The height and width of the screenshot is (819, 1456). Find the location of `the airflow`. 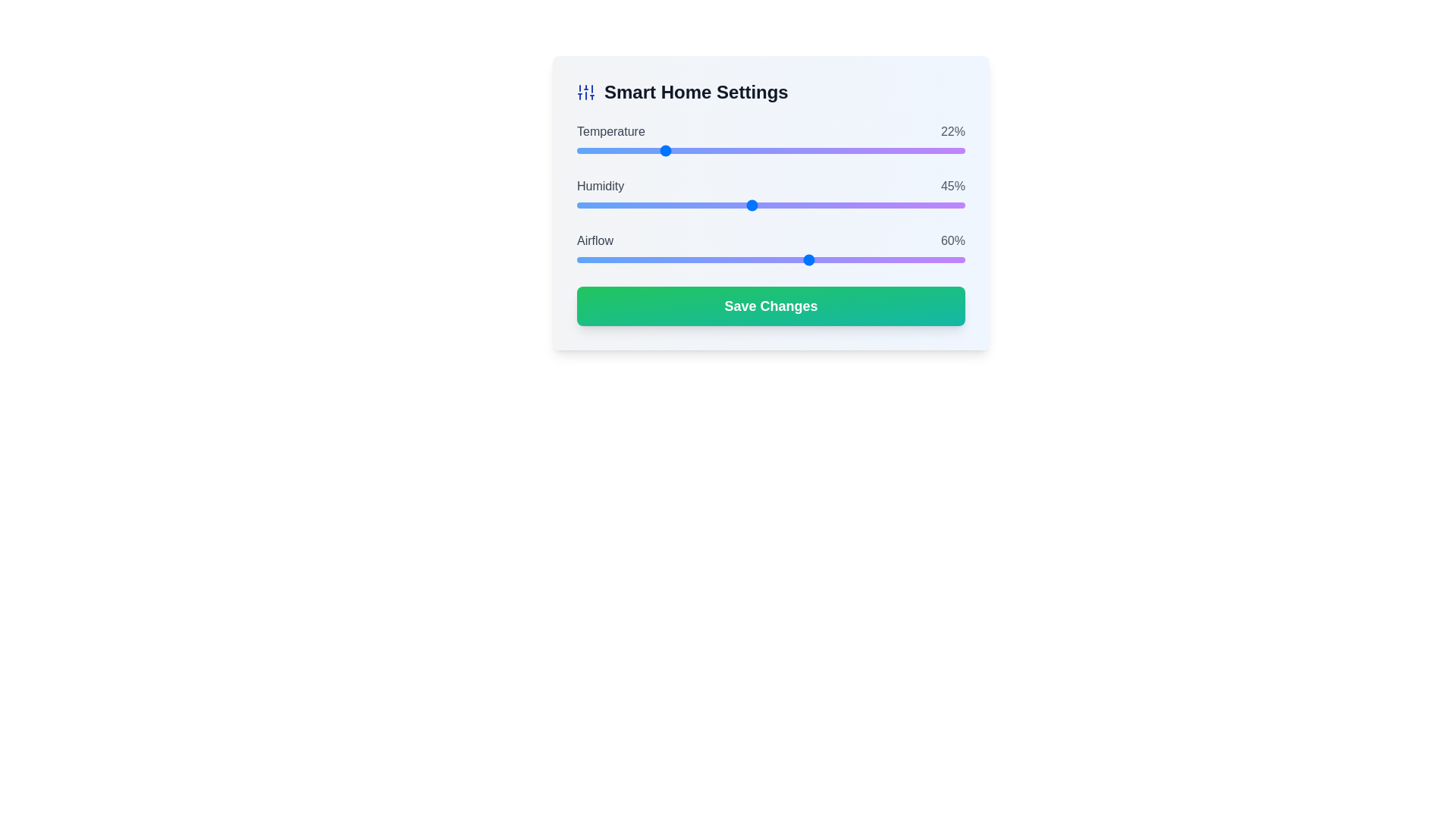

the airflow is located at coordinates (783, 259).